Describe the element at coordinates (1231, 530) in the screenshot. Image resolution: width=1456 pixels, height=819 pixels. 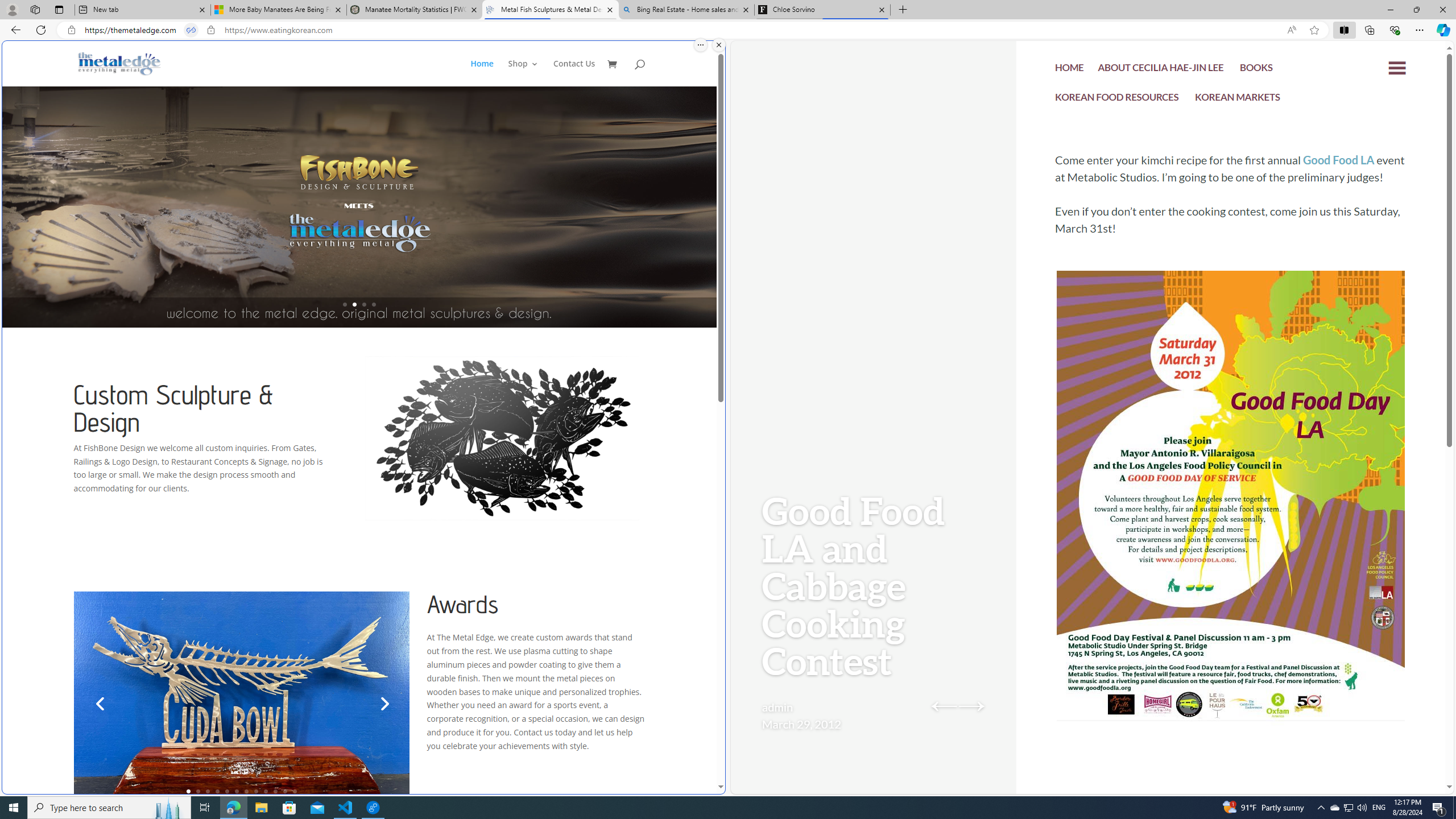
I see `'good food la poster'` at that location.